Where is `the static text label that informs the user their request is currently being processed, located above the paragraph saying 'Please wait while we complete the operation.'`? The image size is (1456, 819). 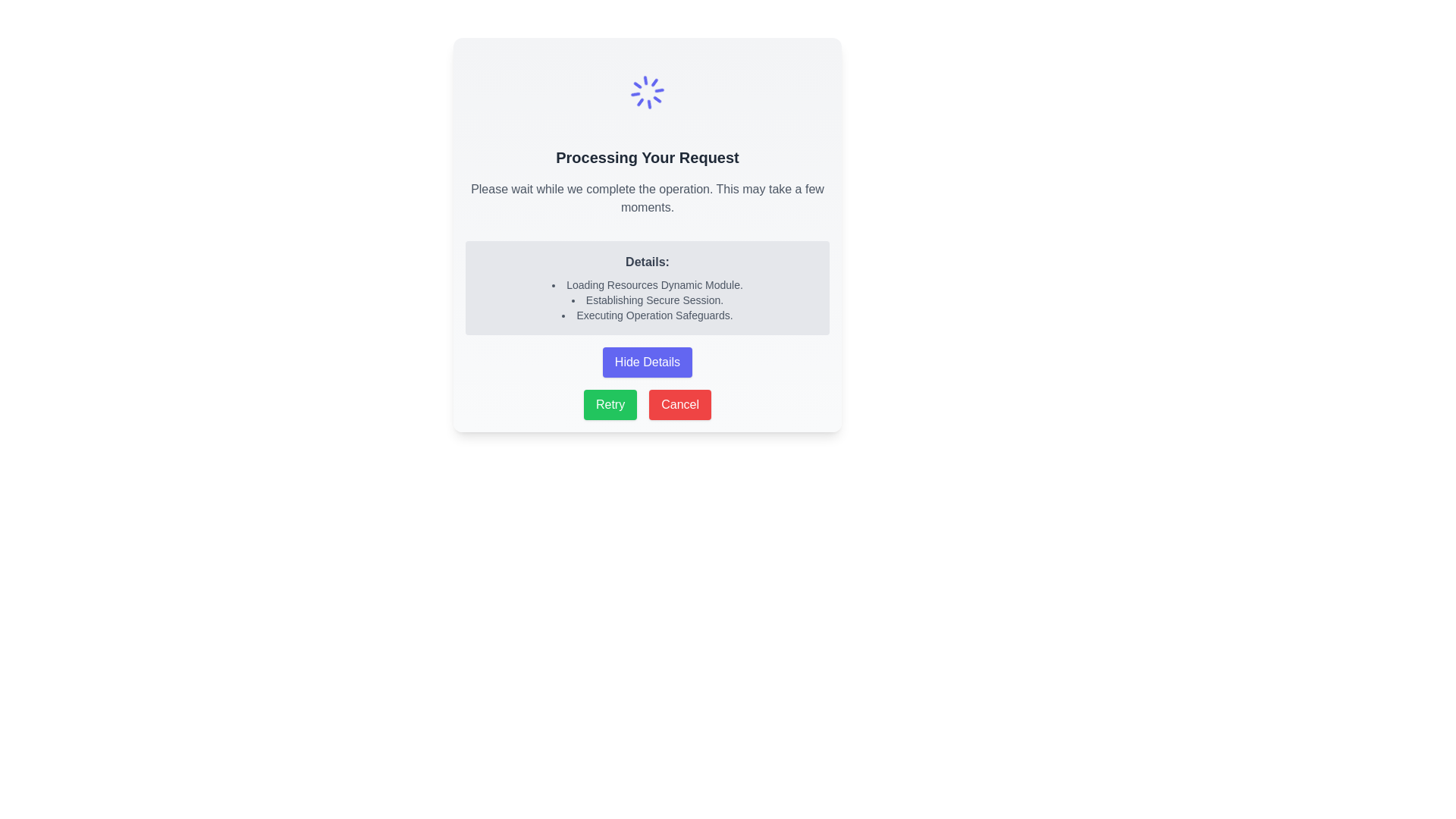
the static text label that informs the user their request is currently being processed, located above the paragraph saying 'Please wait while we complete the operation.' is located at coordinates (648, 158).